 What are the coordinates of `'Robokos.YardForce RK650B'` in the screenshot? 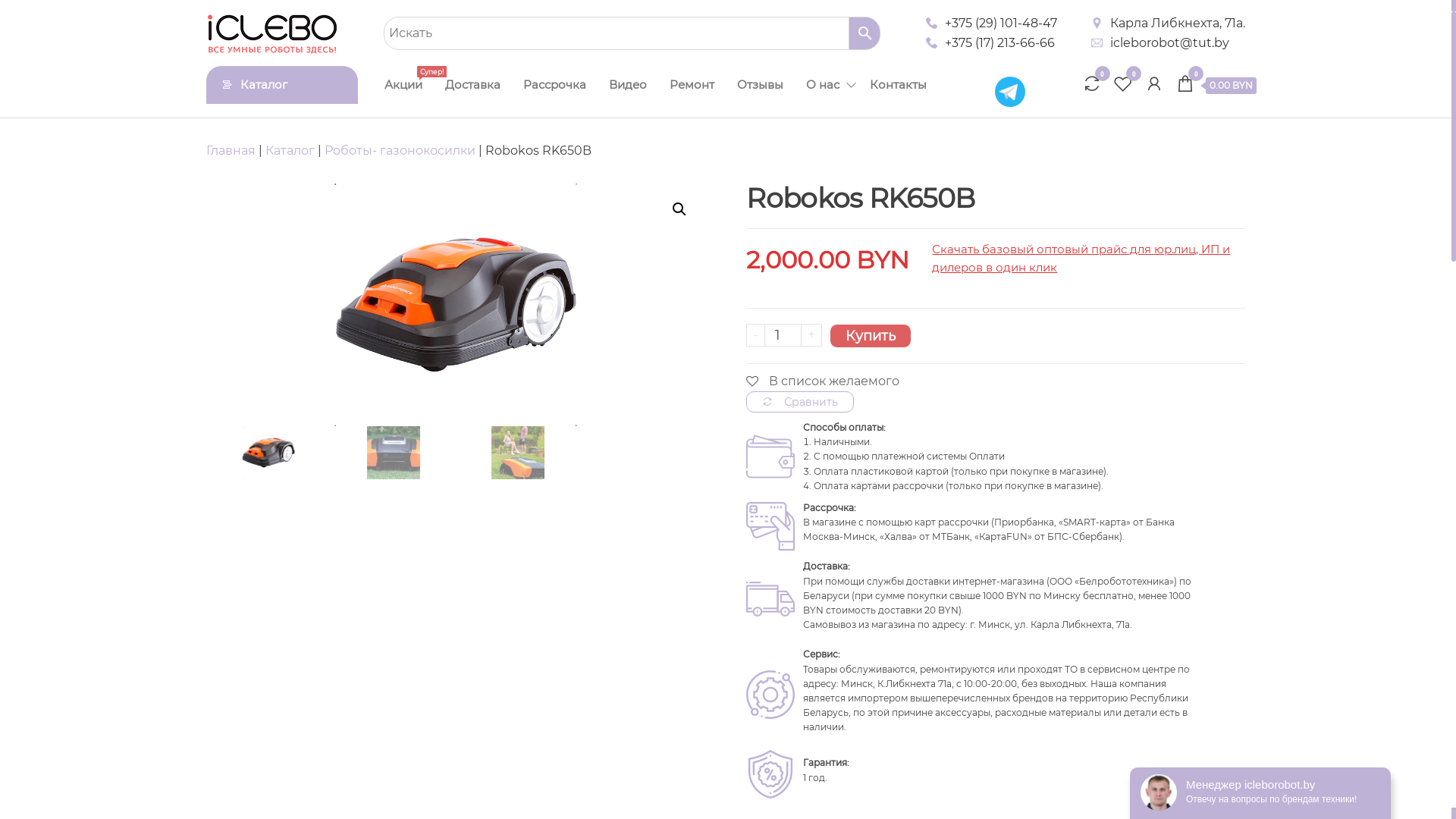 It's located at (454, 304).